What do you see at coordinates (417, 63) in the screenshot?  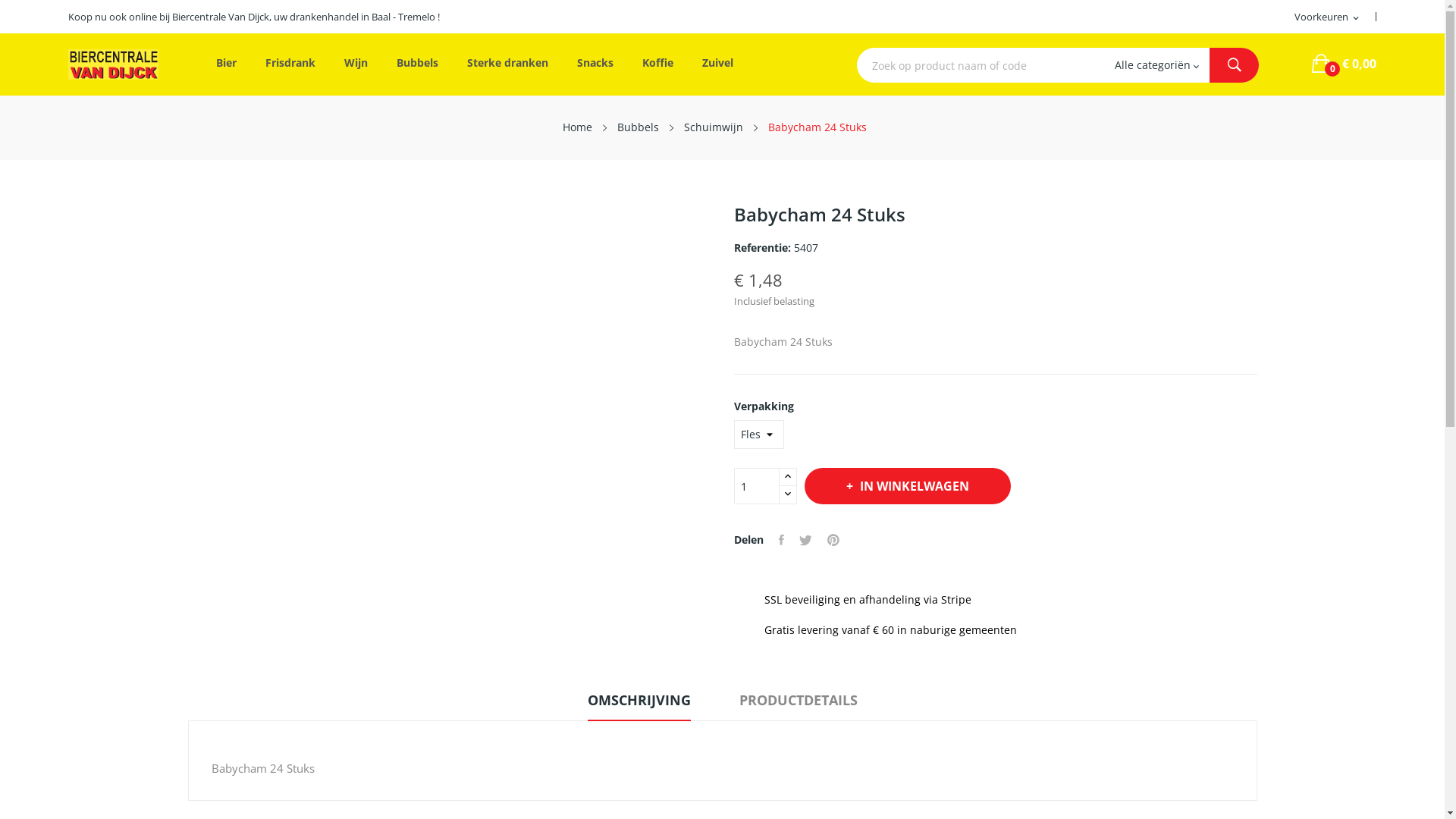 I see `'Bubbels'` at bounding box center [417, 63].